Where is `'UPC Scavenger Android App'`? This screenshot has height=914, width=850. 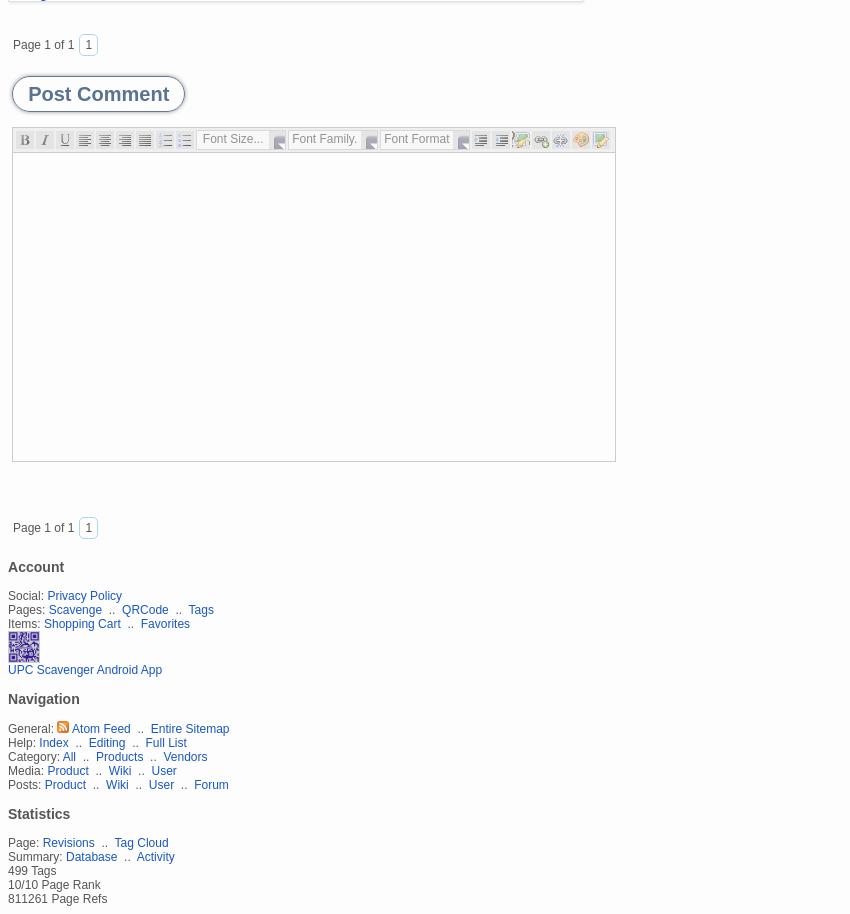
'UPC Scavenger Android App' is located at coordinates (6, 668).